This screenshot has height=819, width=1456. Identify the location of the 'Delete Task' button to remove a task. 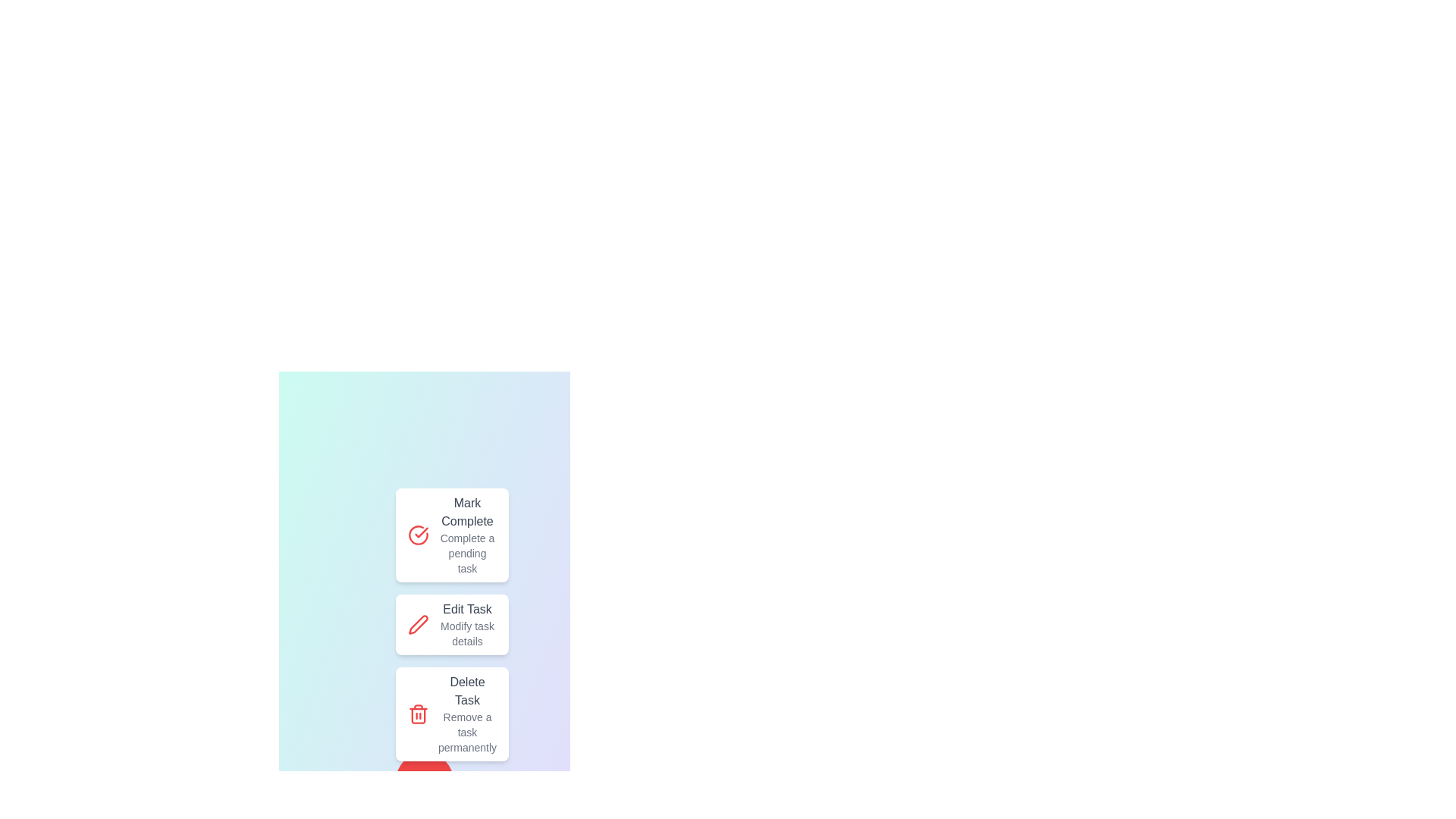
(451, 714).